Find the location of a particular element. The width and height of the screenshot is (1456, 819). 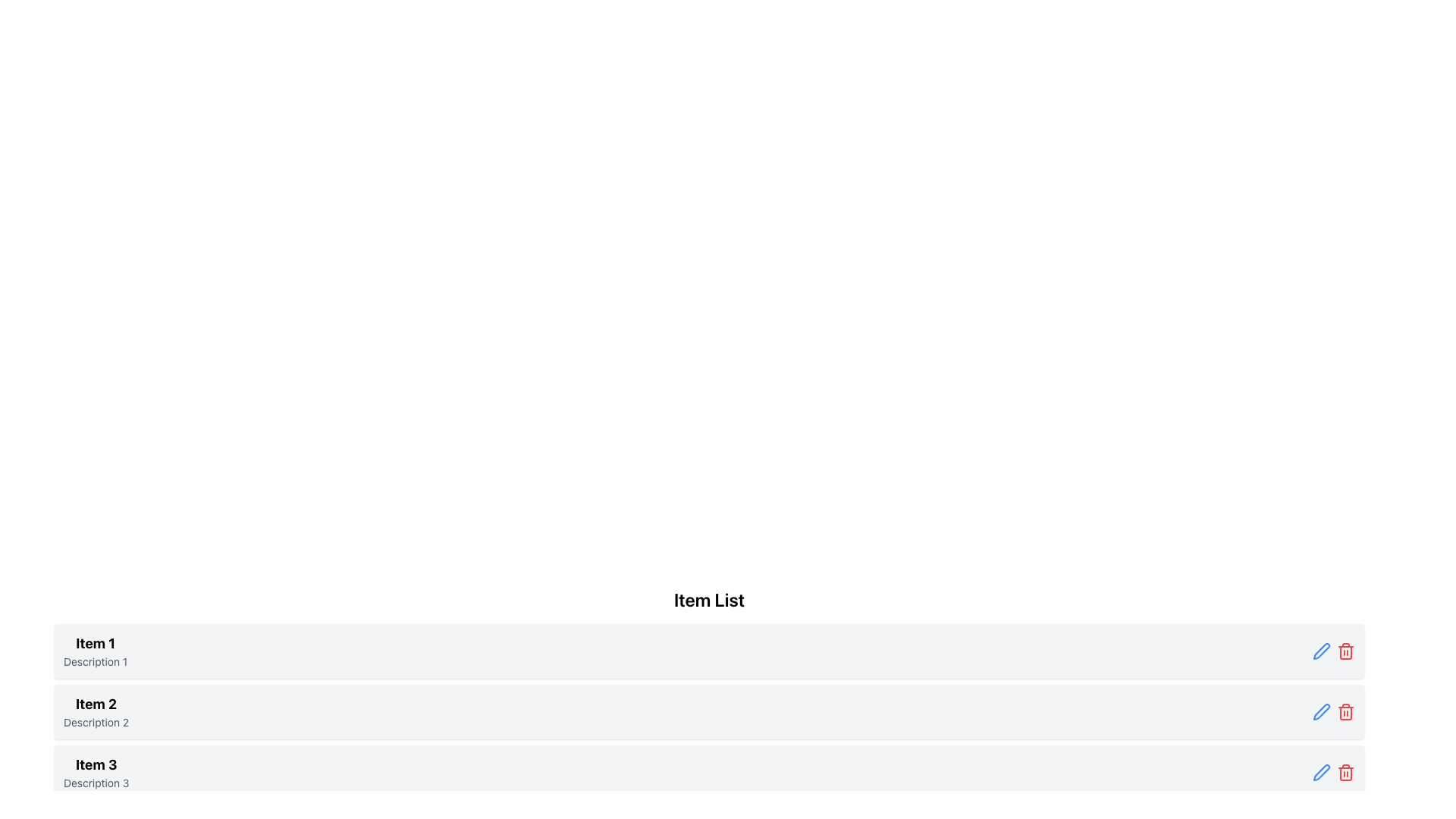

text of the label displaying 'Item List', which is a bold and large font text located at the top of the item list section is located at coordinates (708, 598).